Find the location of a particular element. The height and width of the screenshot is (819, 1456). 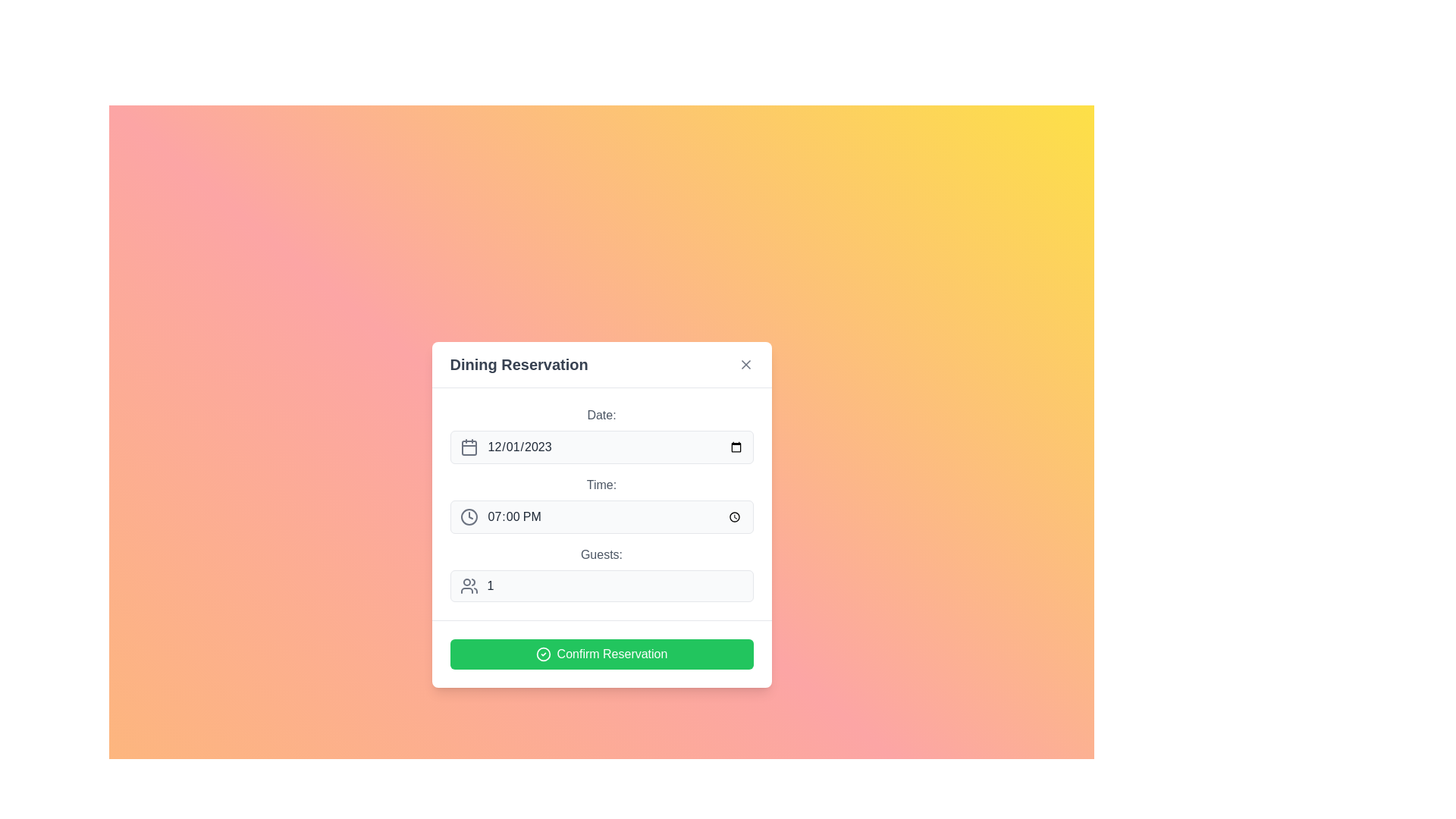

the Time field in the dining reservation form to set the time is located at coordinates (601, 513).